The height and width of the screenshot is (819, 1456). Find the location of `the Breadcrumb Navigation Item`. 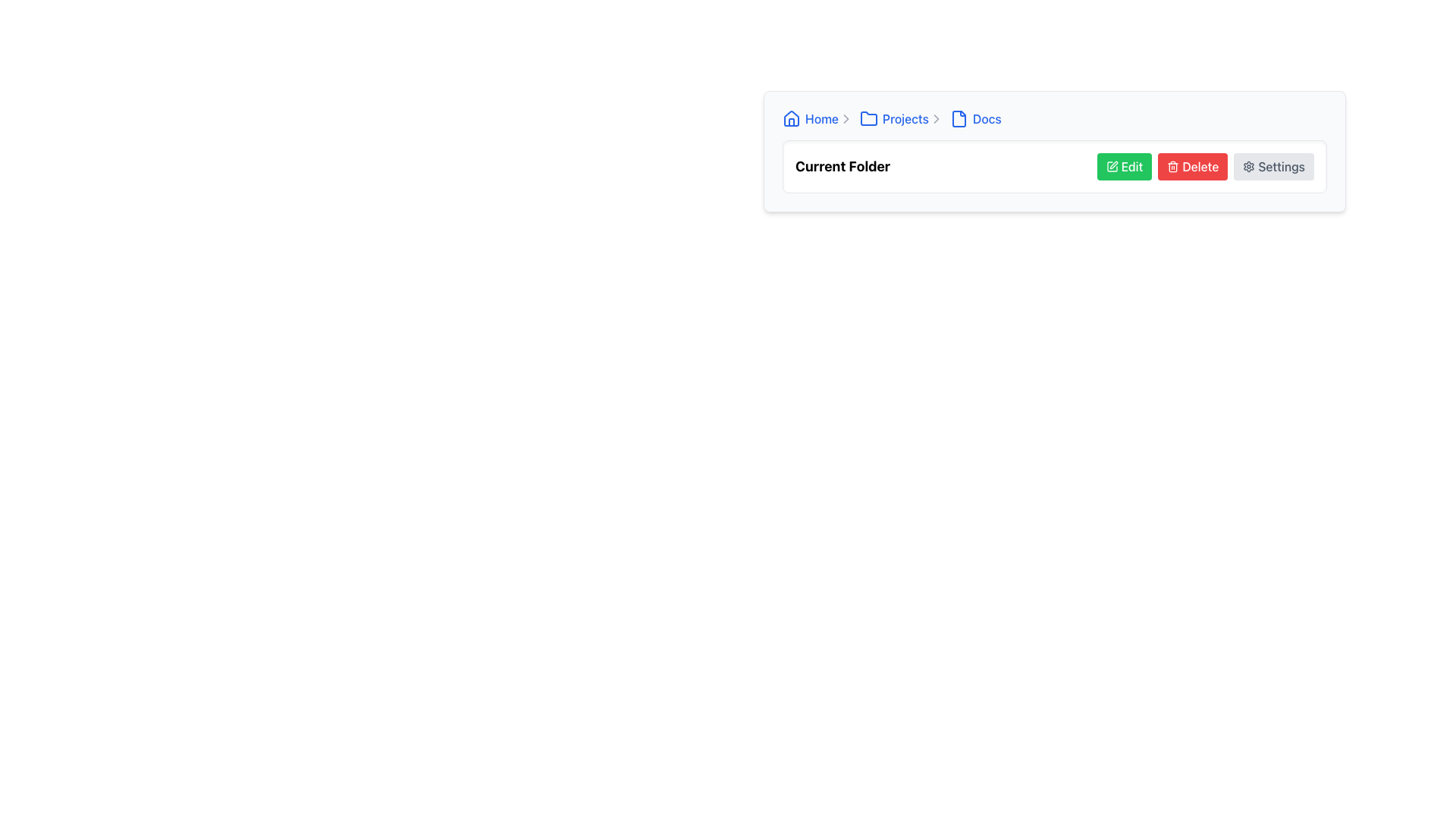

the Breadcrumb Navigation Item is located at coordinates (817, 118).